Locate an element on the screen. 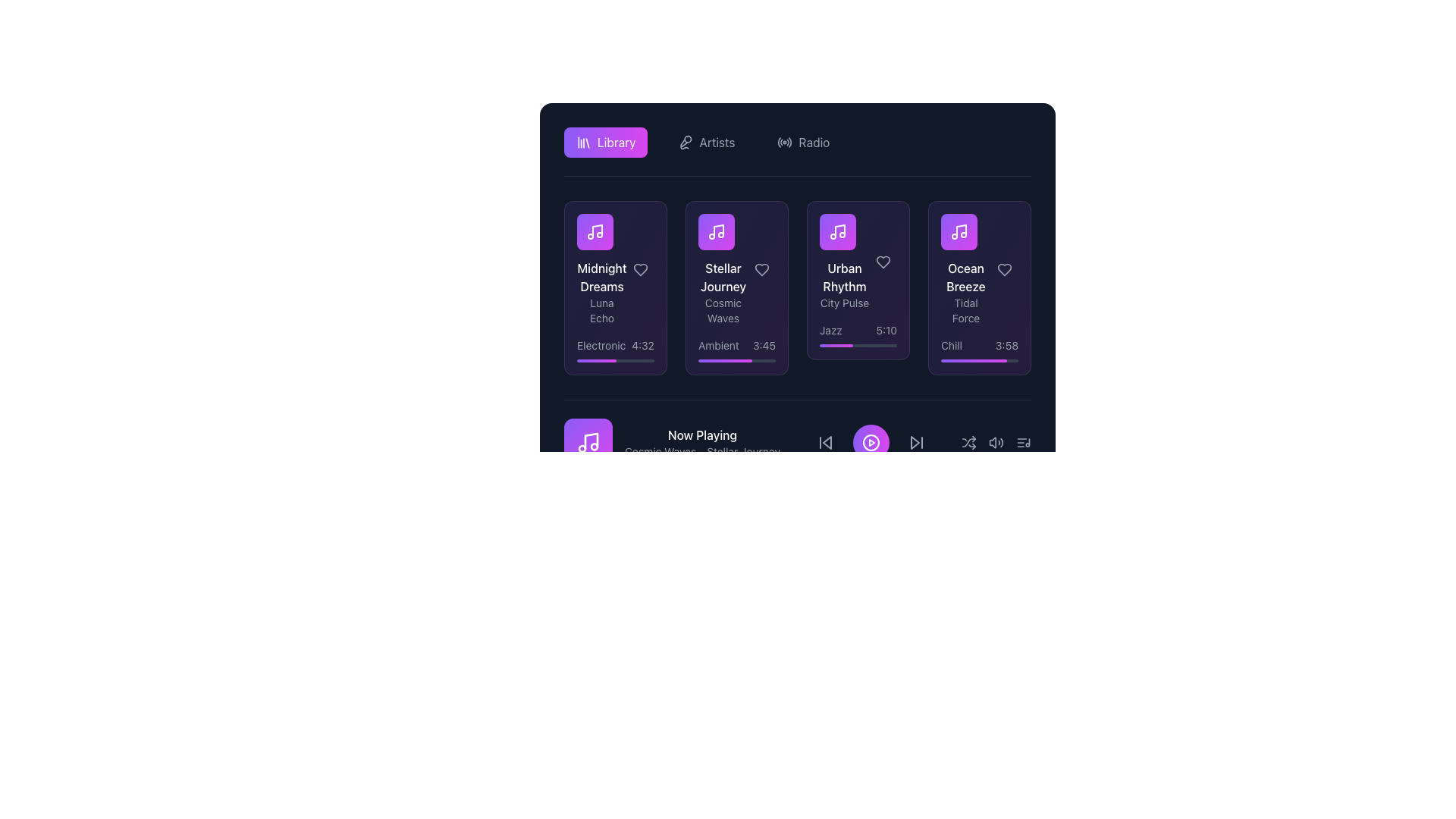 The image size is (1456, 819). the music track card titled 'Stellar Journey' is located at coordinates (723, 268).